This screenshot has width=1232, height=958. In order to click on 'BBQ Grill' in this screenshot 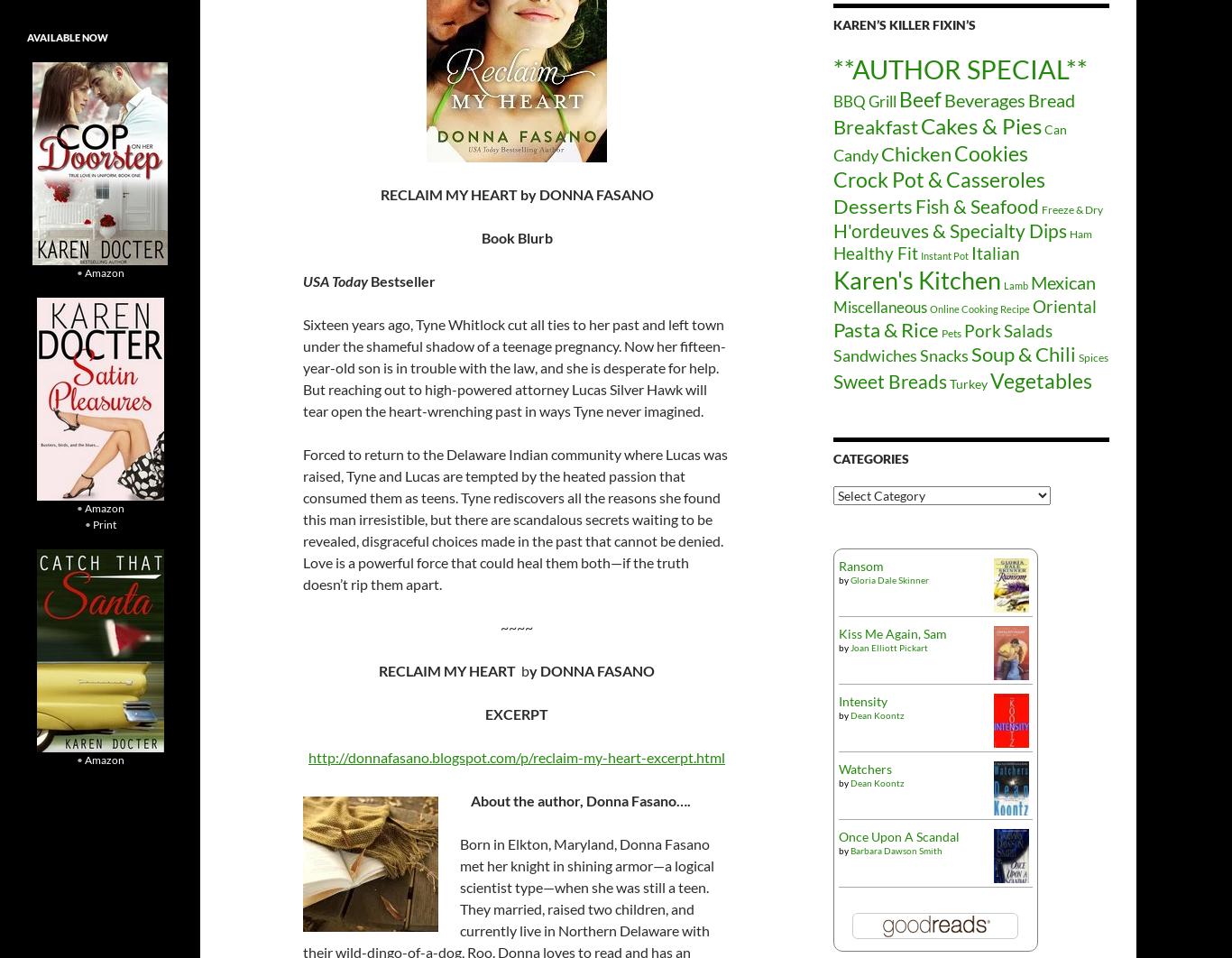, I will do `click(864, 100)`.